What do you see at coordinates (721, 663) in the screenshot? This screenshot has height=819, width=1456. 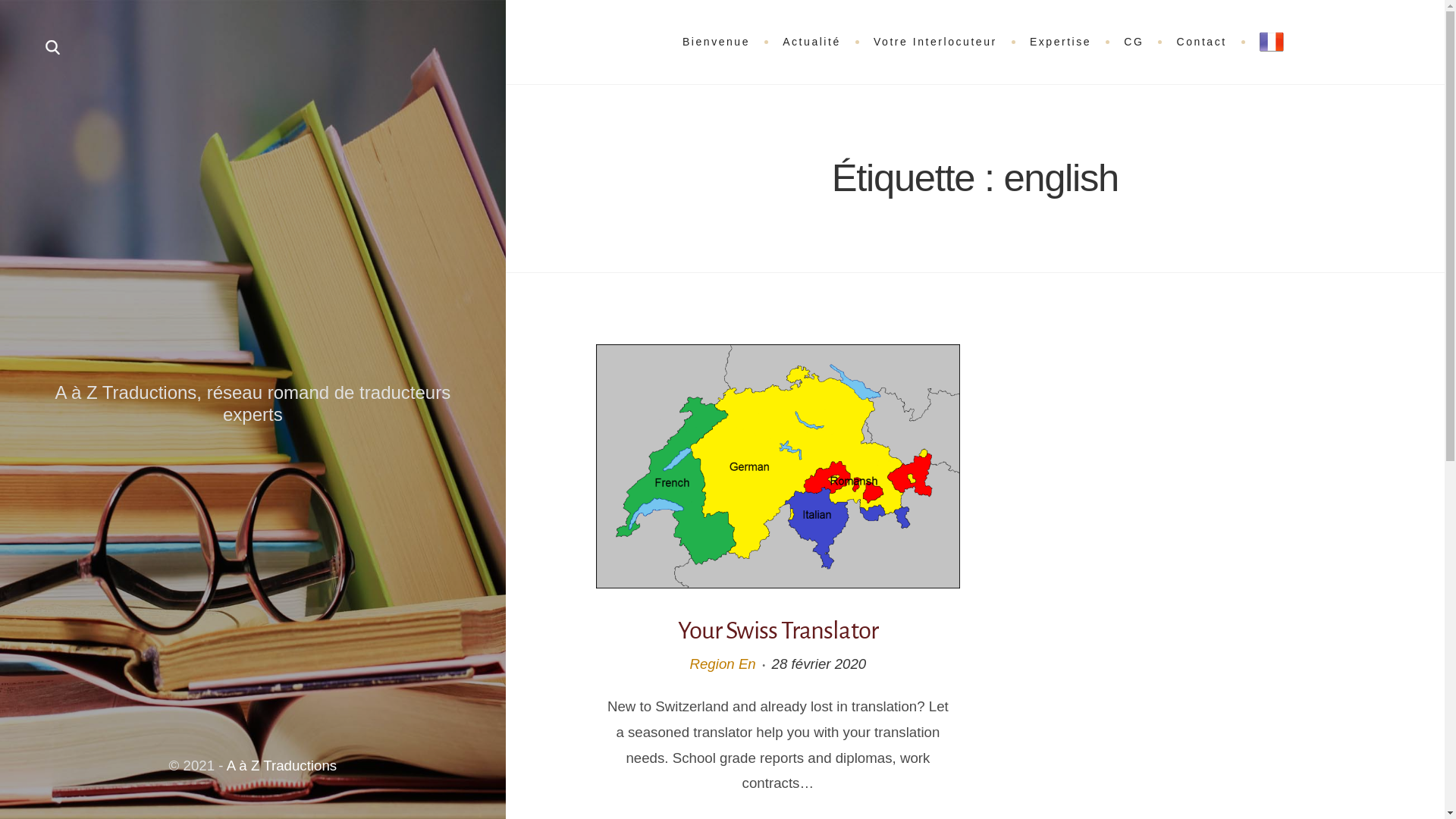 I see `'Region En'` at bounding box center [721, 663].